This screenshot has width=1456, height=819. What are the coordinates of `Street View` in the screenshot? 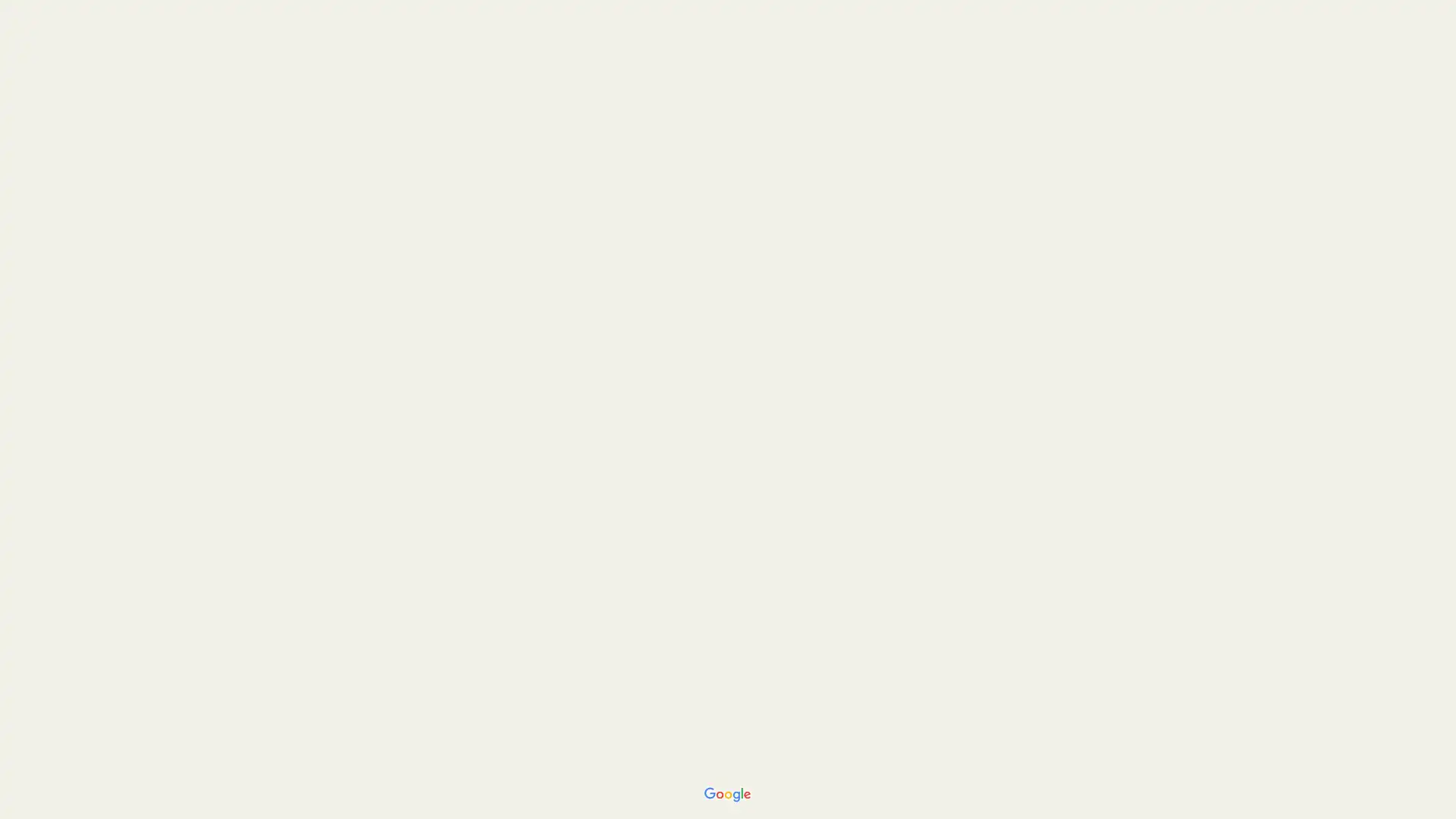 It's located at (155, 539).